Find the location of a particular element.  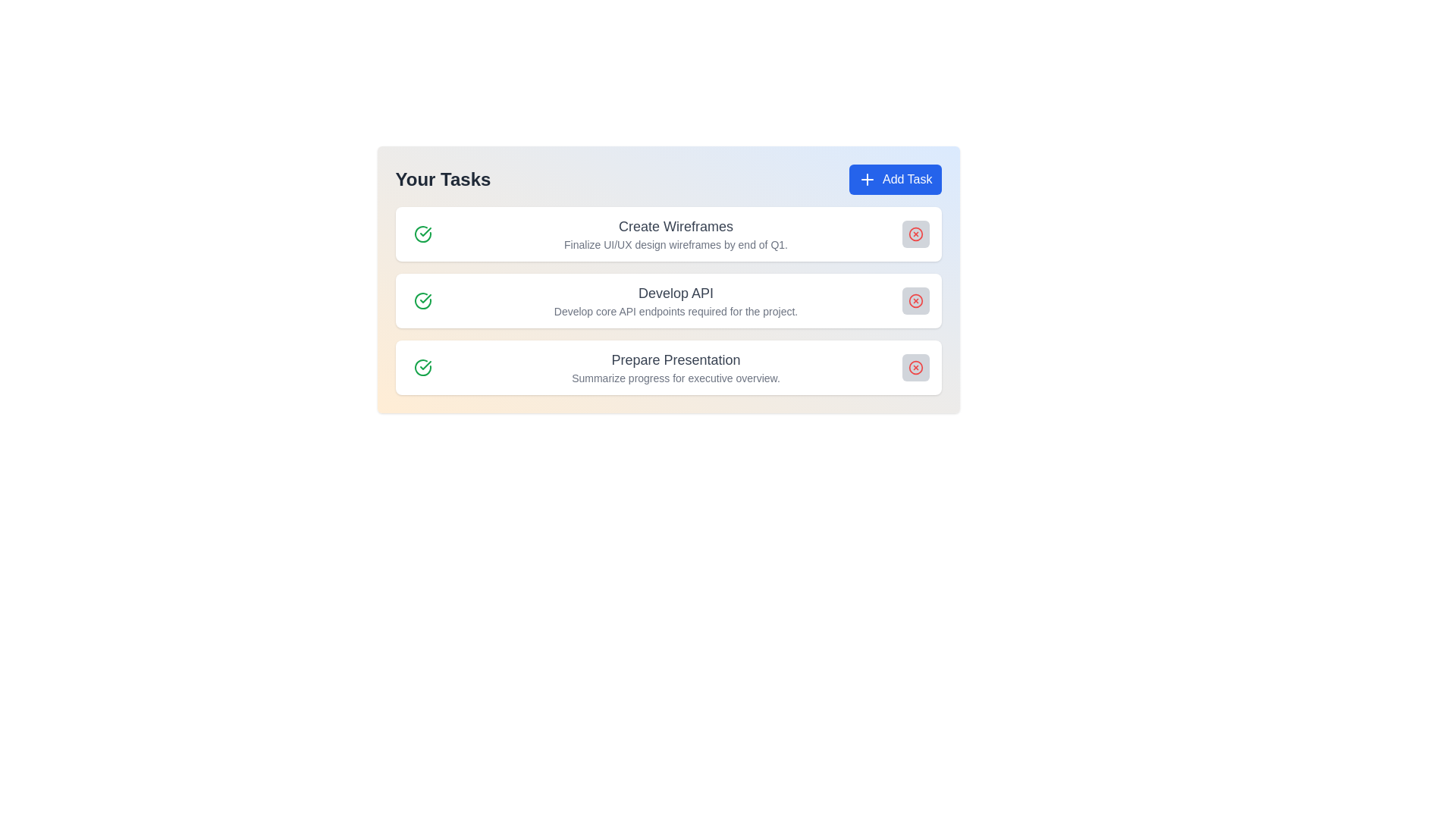

the green checkmark in the 'Prepare Presentation' task card to mark it as completed is located at coordinates (667, 368).